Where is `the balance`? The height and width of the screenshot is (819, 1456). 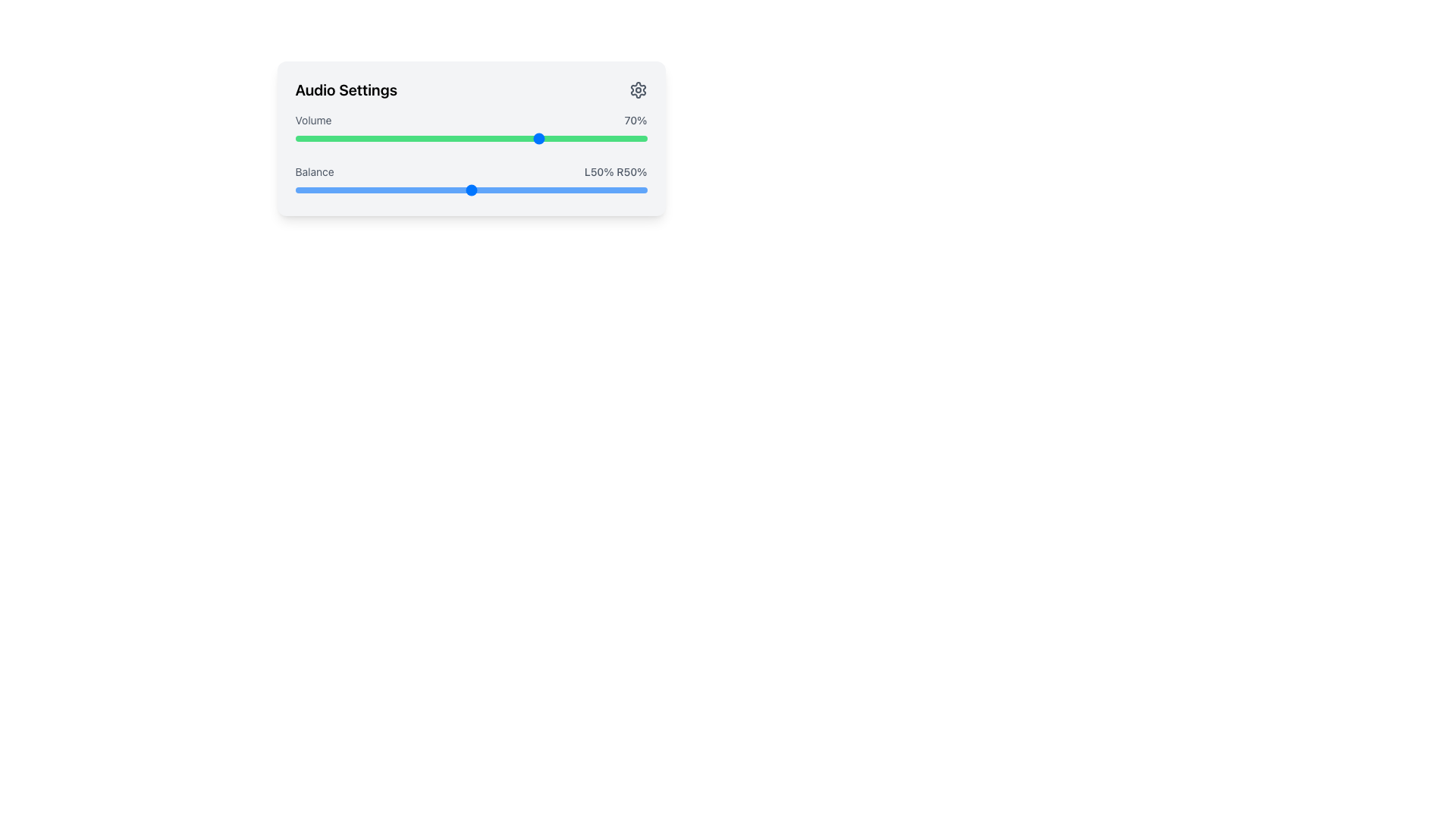 the balance is located at coordinates (302, 189).